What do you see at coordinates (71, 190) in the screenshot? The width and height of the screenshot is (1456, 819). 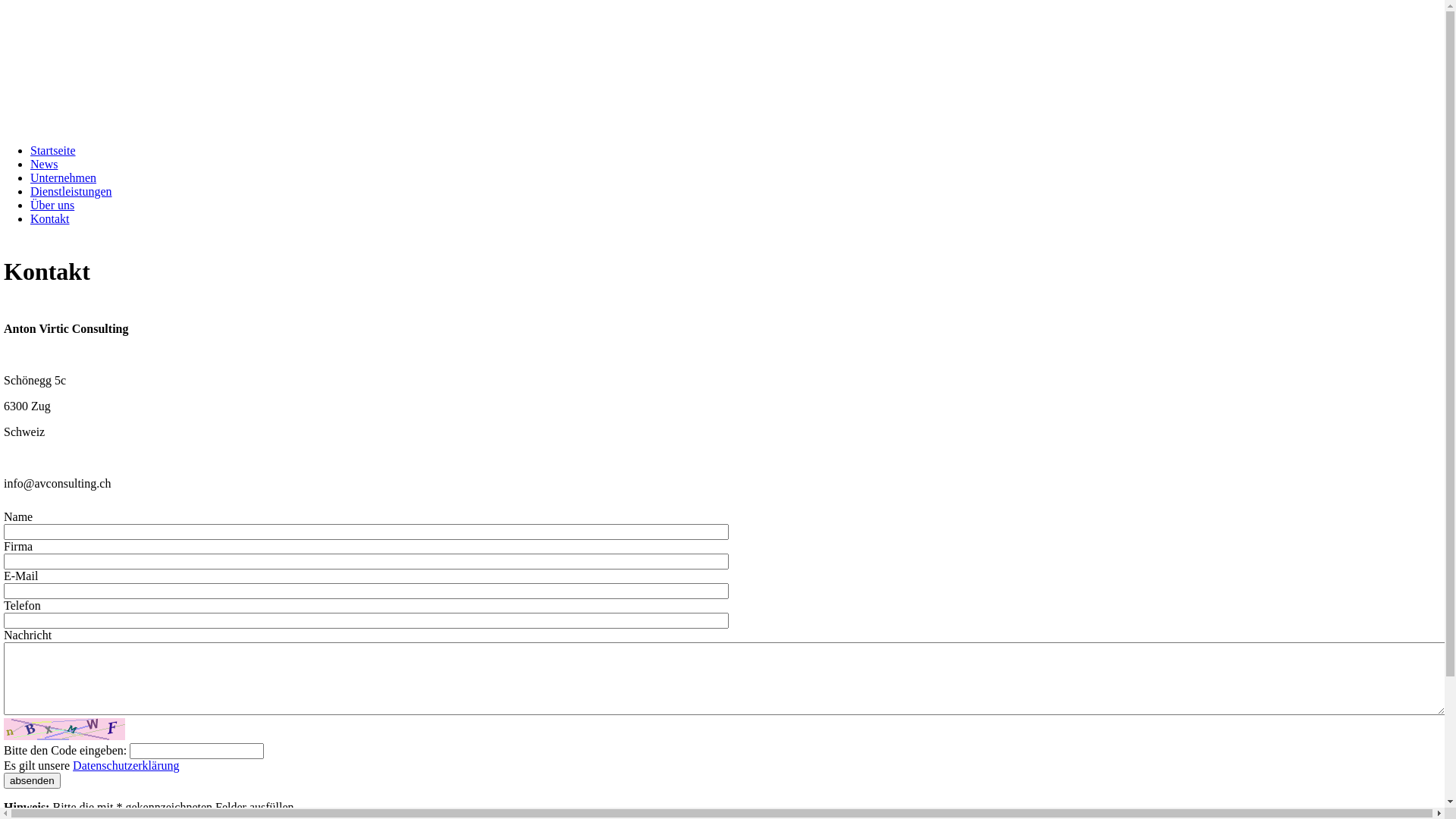 I see `'Dienstleistungen'` at bounding box center [71, 190].